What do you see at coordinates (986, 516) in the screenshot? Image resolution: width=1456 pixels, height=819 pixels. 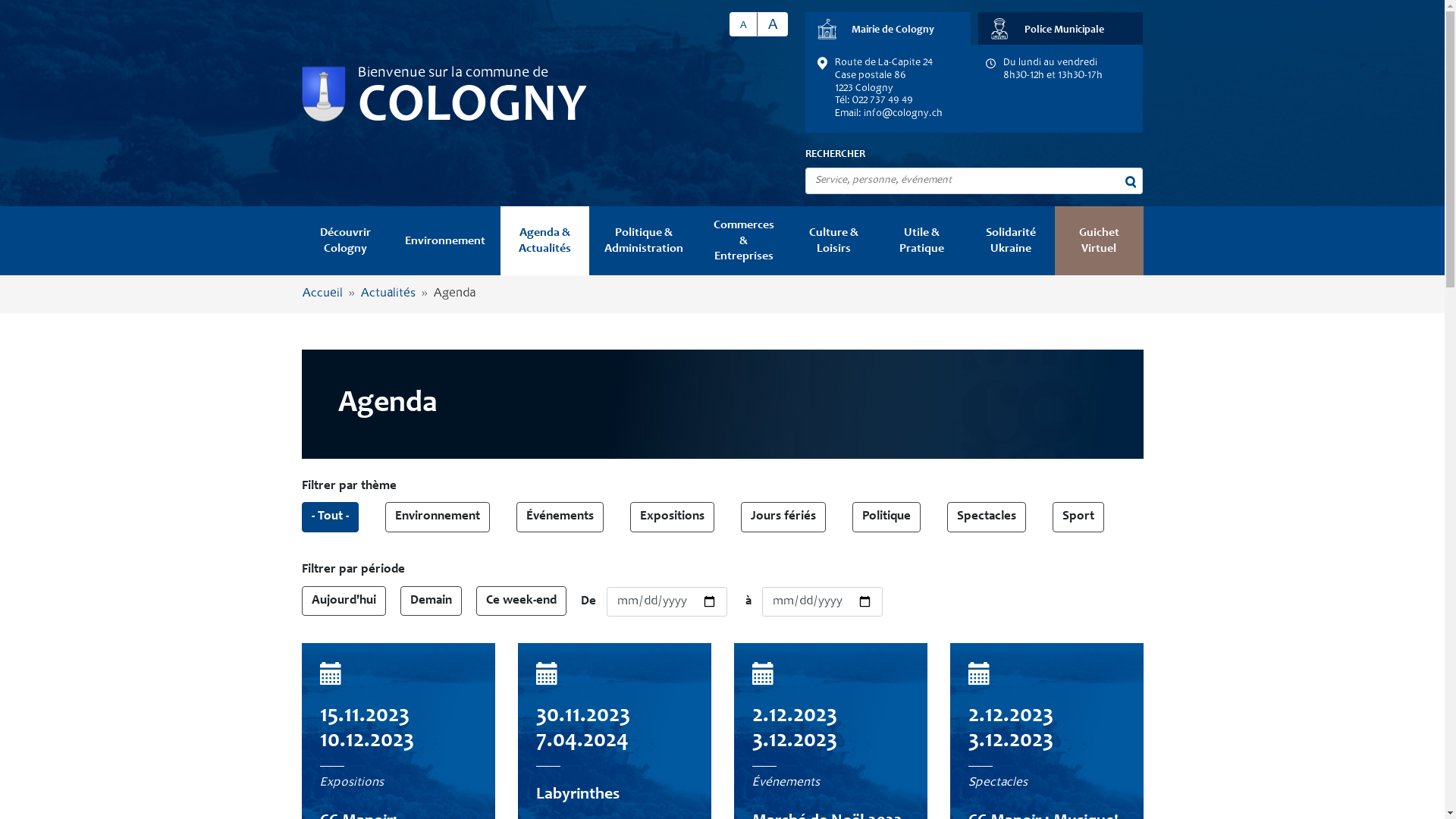 I see `'Spectacles'` at bounding box center [986, 516].